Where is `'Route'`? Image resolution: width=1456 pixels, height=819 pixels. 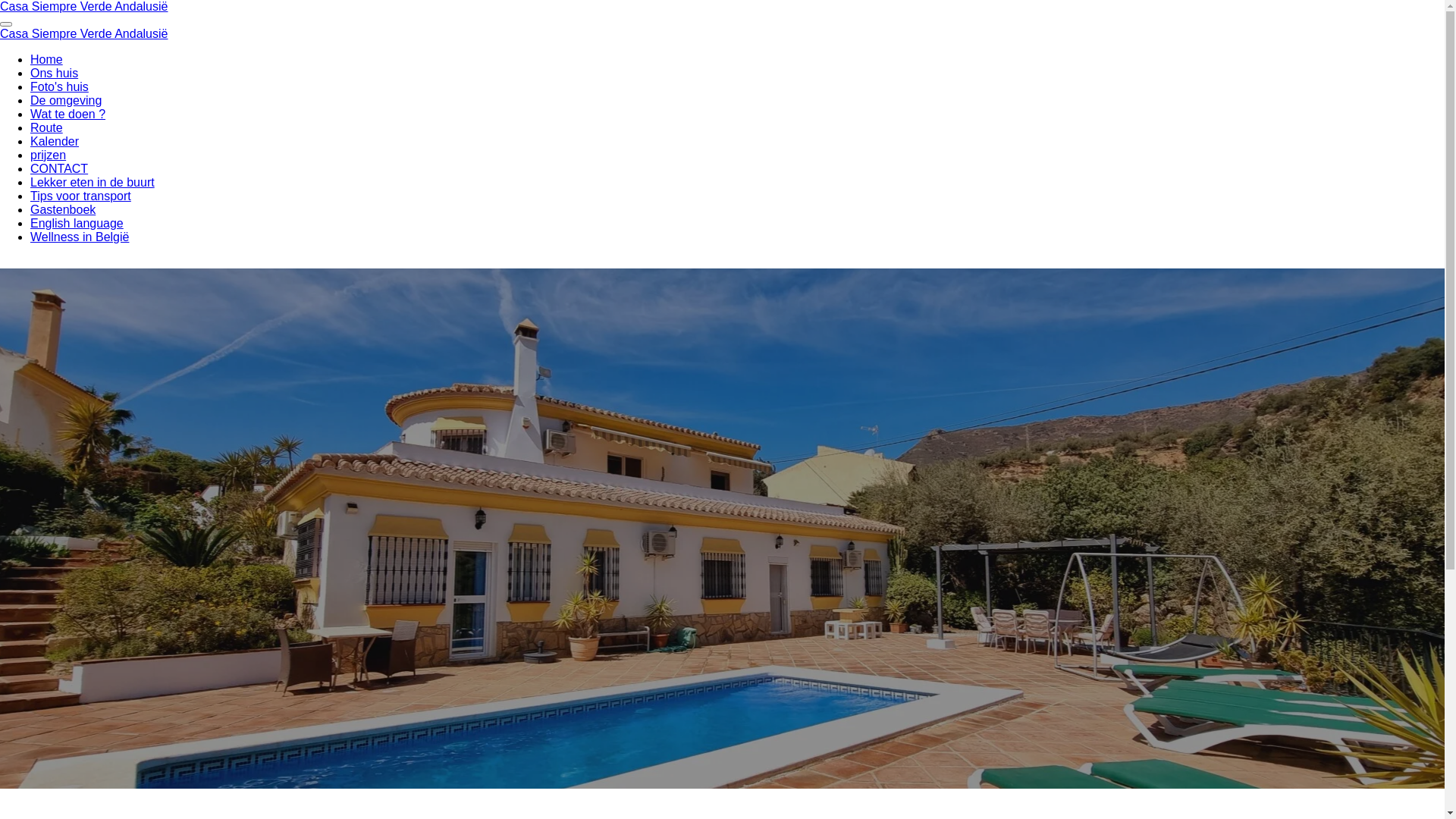 'Route' is located at coordinates (46, 127).